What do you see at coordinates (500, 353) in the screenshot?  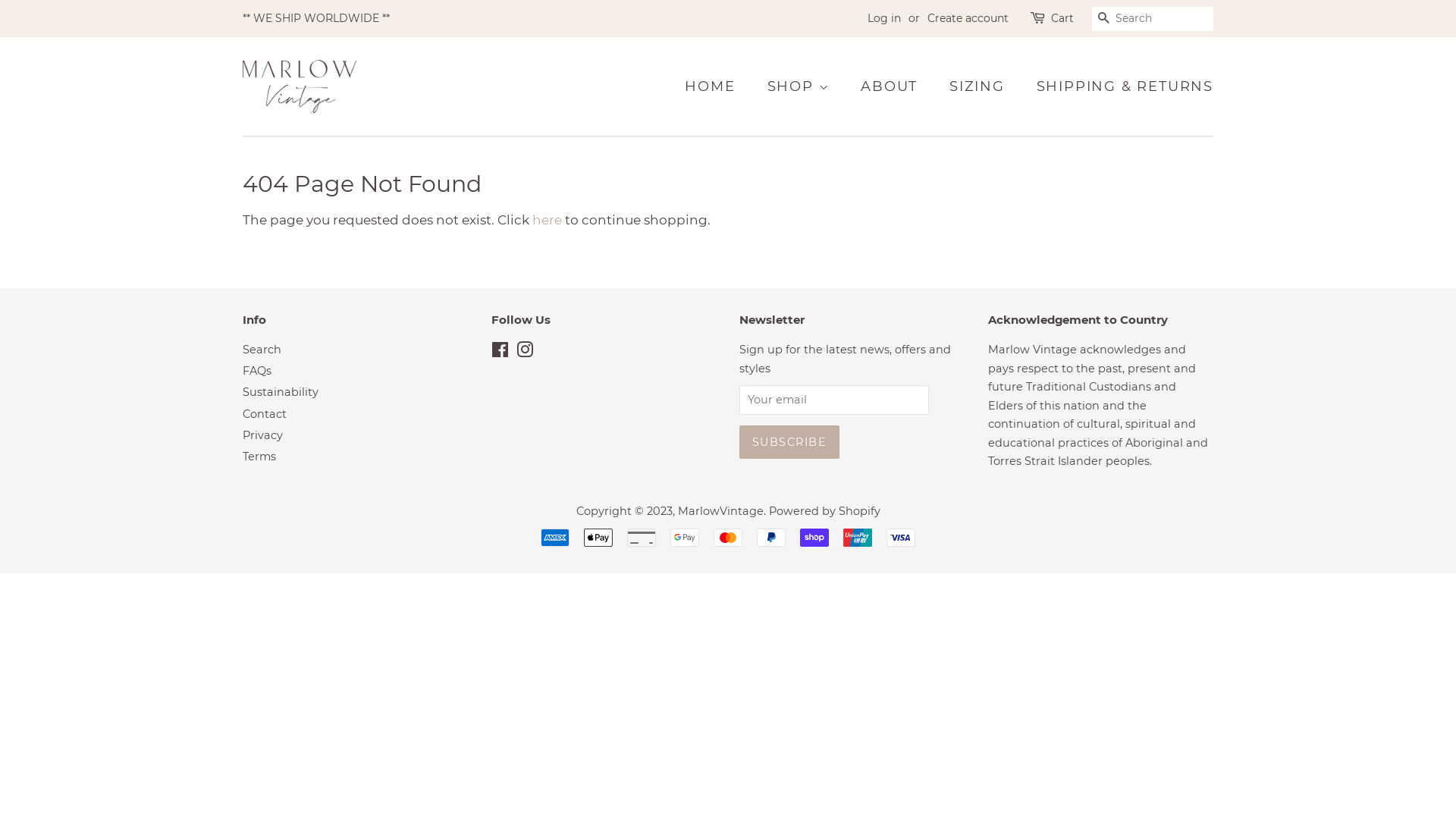 I see `'Facebook'` at bounding box center [500, 353].